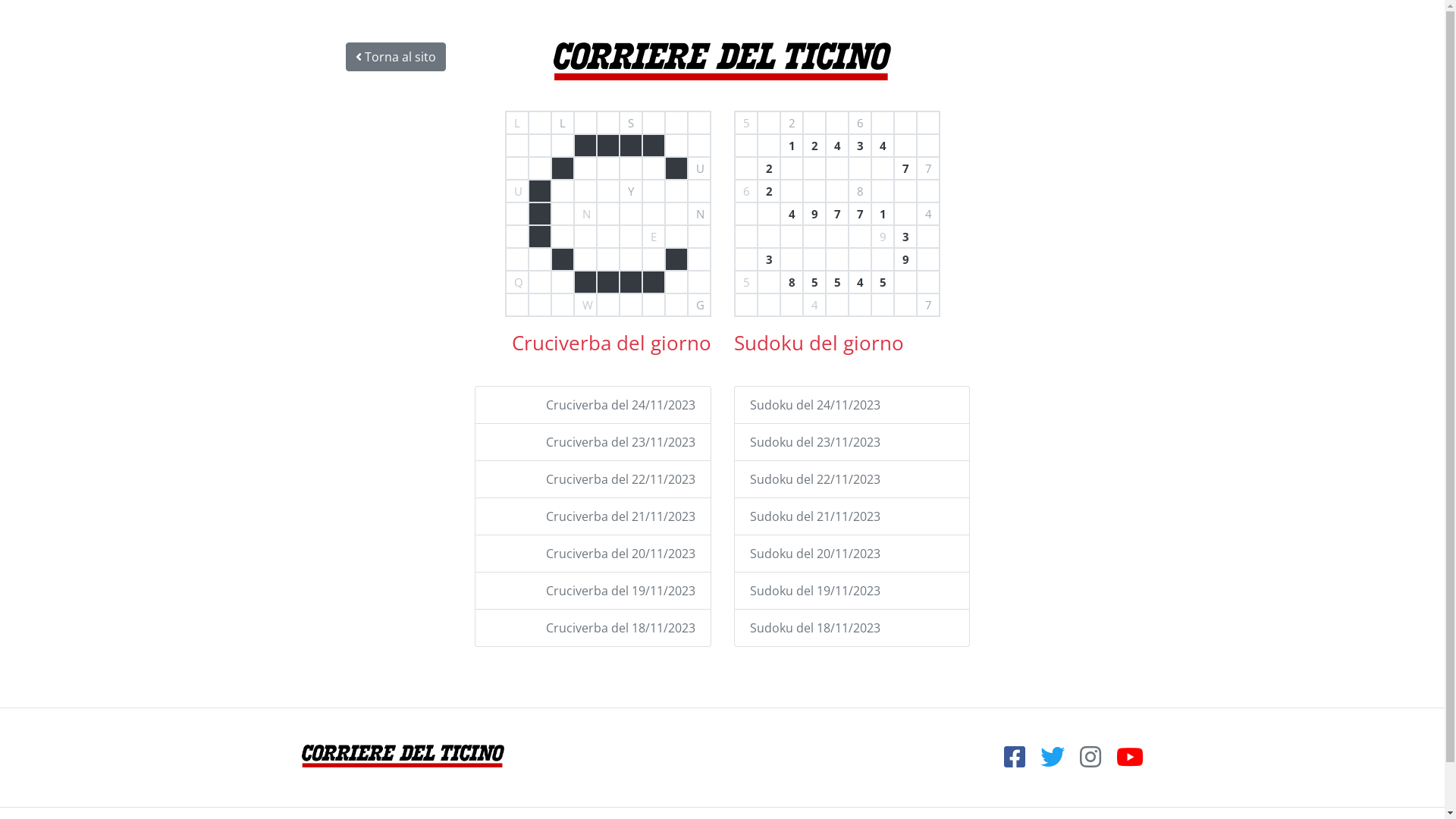  I want to click on 'Sudoku del 20/11/2023', so click(749, 553).